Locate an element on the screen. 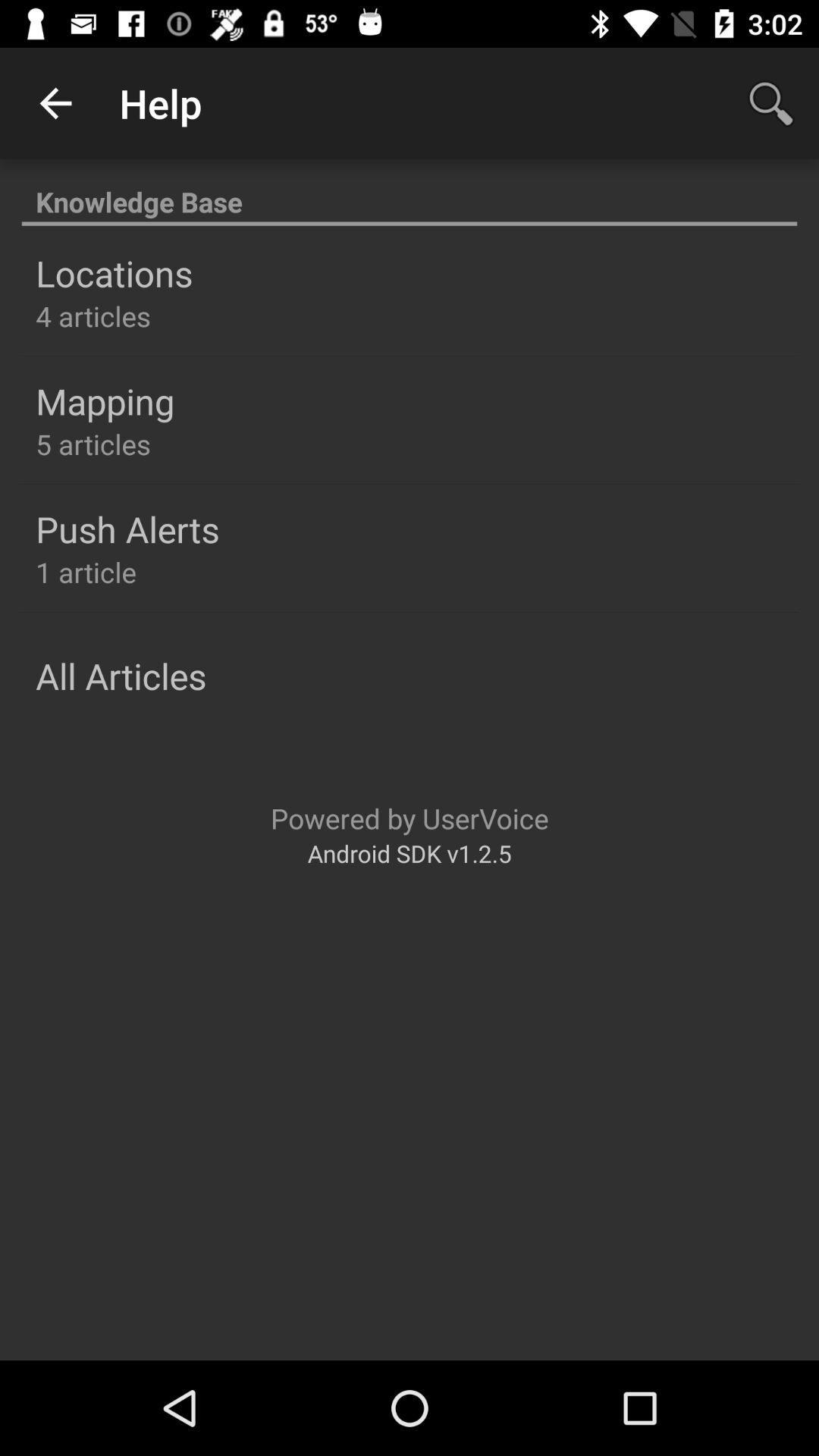 This screenshot has width=819, height=1456. 1 article icon is located at coordinates (86, 571).